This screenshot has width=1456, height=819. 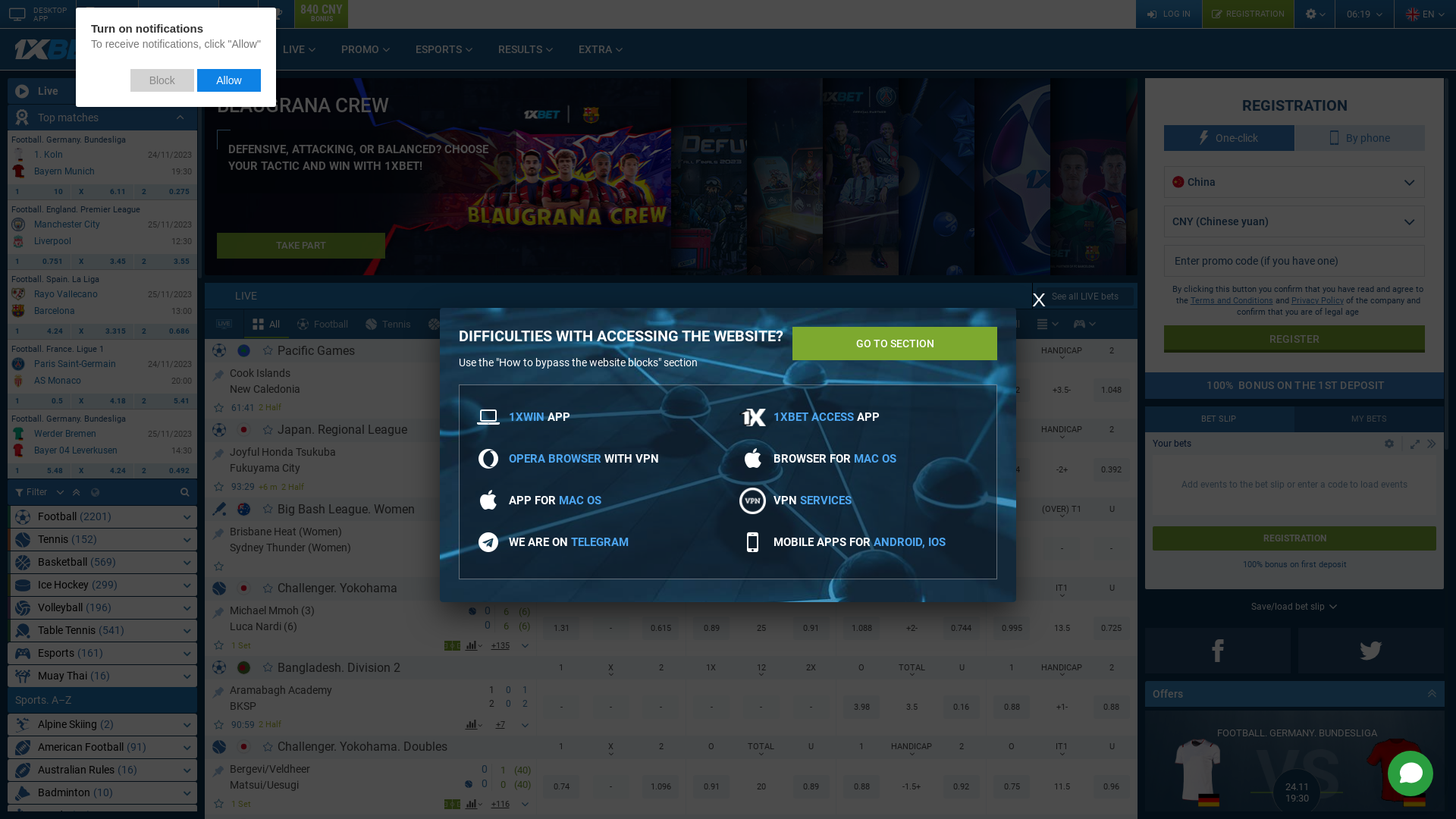 I want to click on 'GO TO SECTION', so click(x=895, y=343).